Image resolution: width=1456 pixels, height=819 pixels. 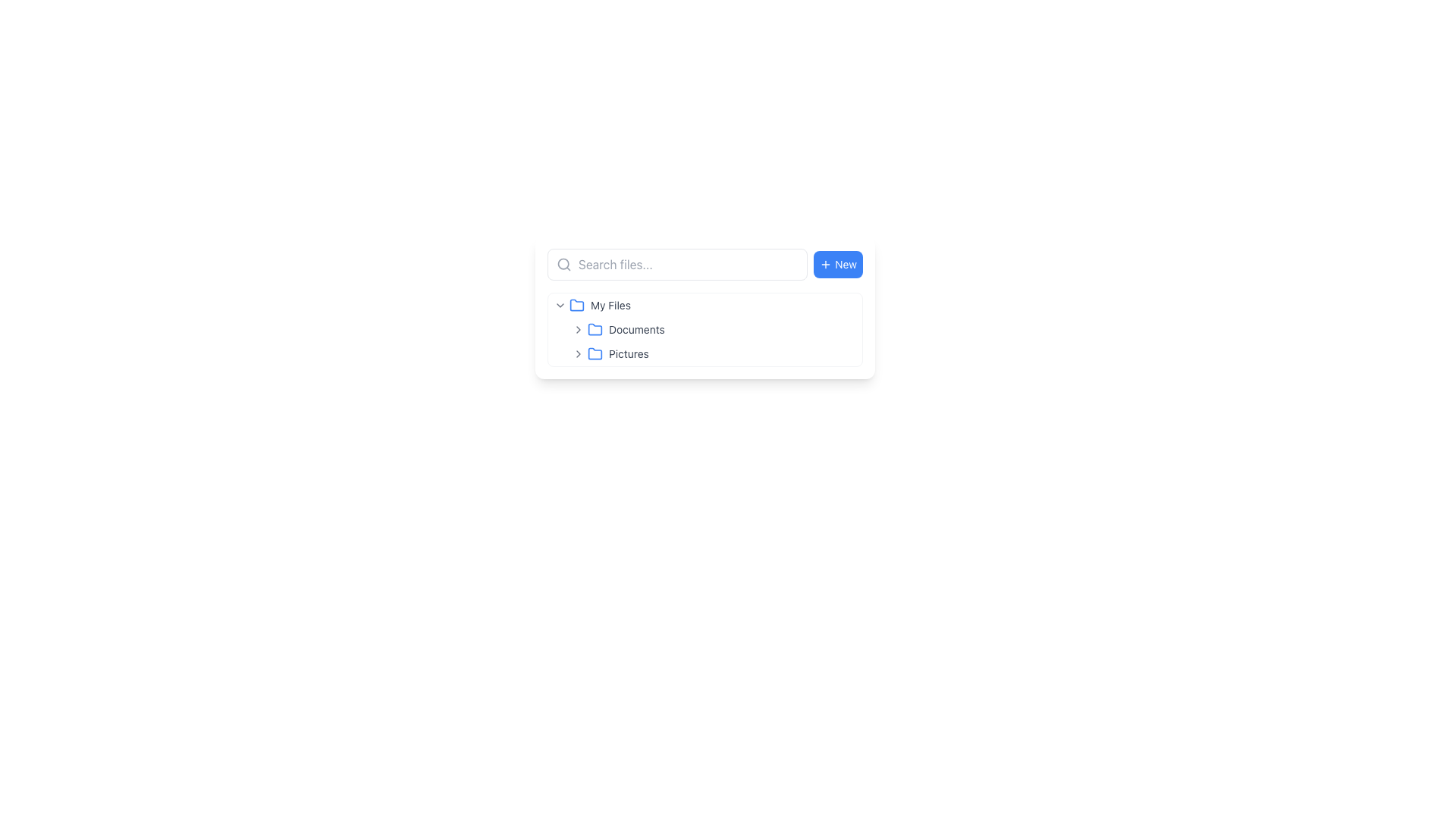 I want to click on the 'Pictures' folder entry in the file directory navigation list, so click(x=704, y=353).